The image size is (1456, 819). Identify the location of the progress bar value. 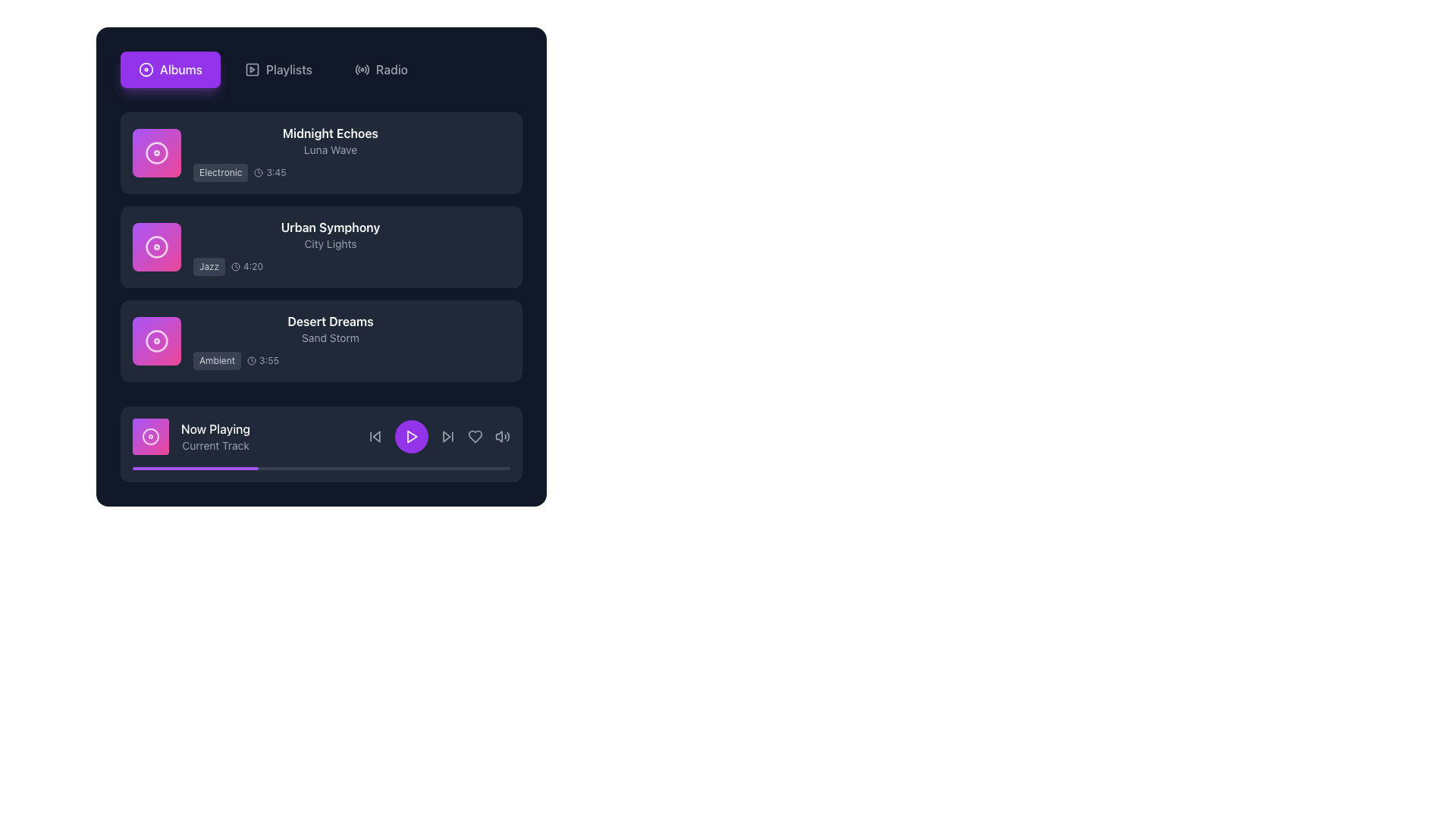
(212, 467).